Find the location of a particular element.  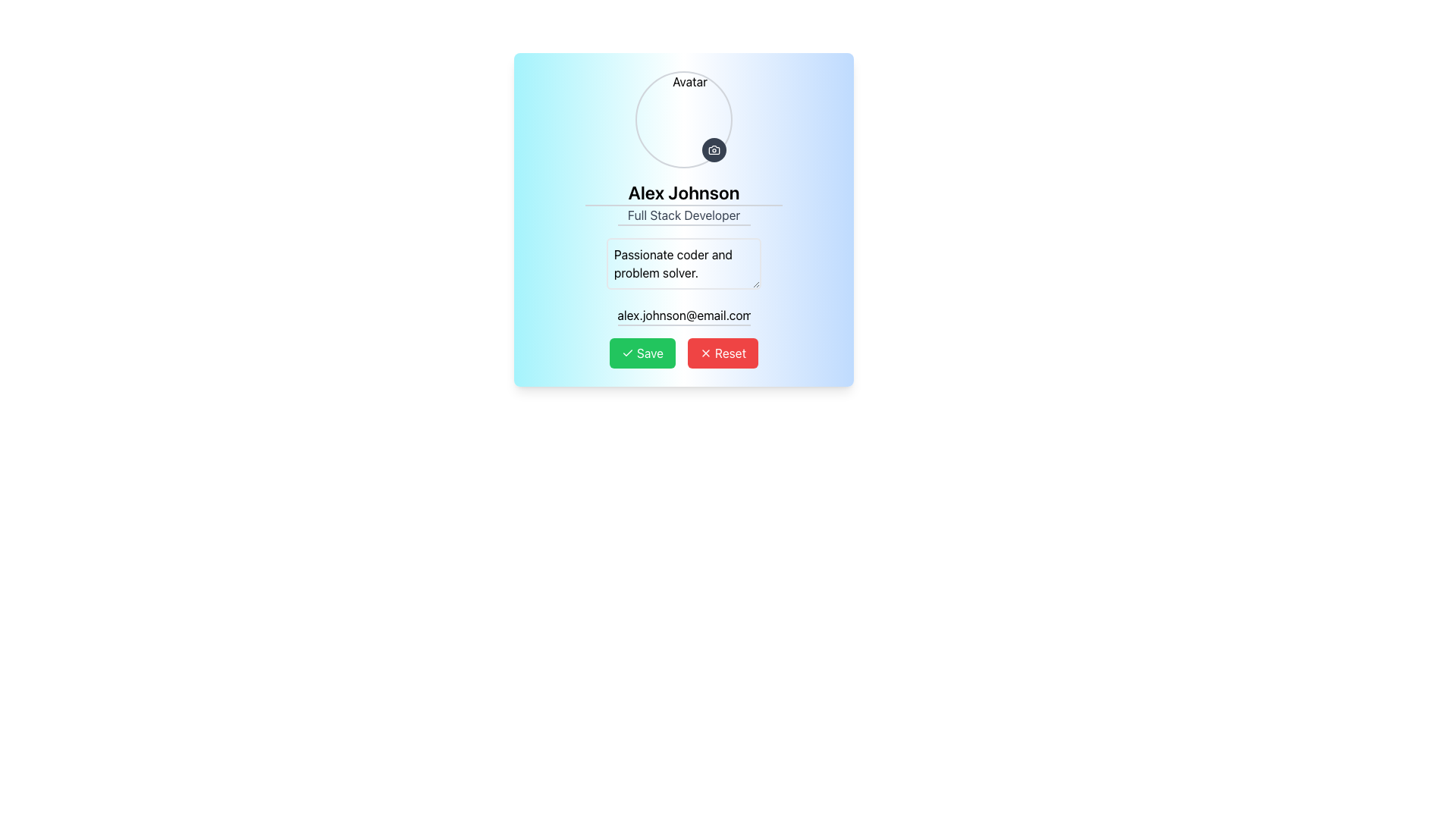

the 'Save' button located at the bottom left of the user profile card is located at coordinates (642, 353).